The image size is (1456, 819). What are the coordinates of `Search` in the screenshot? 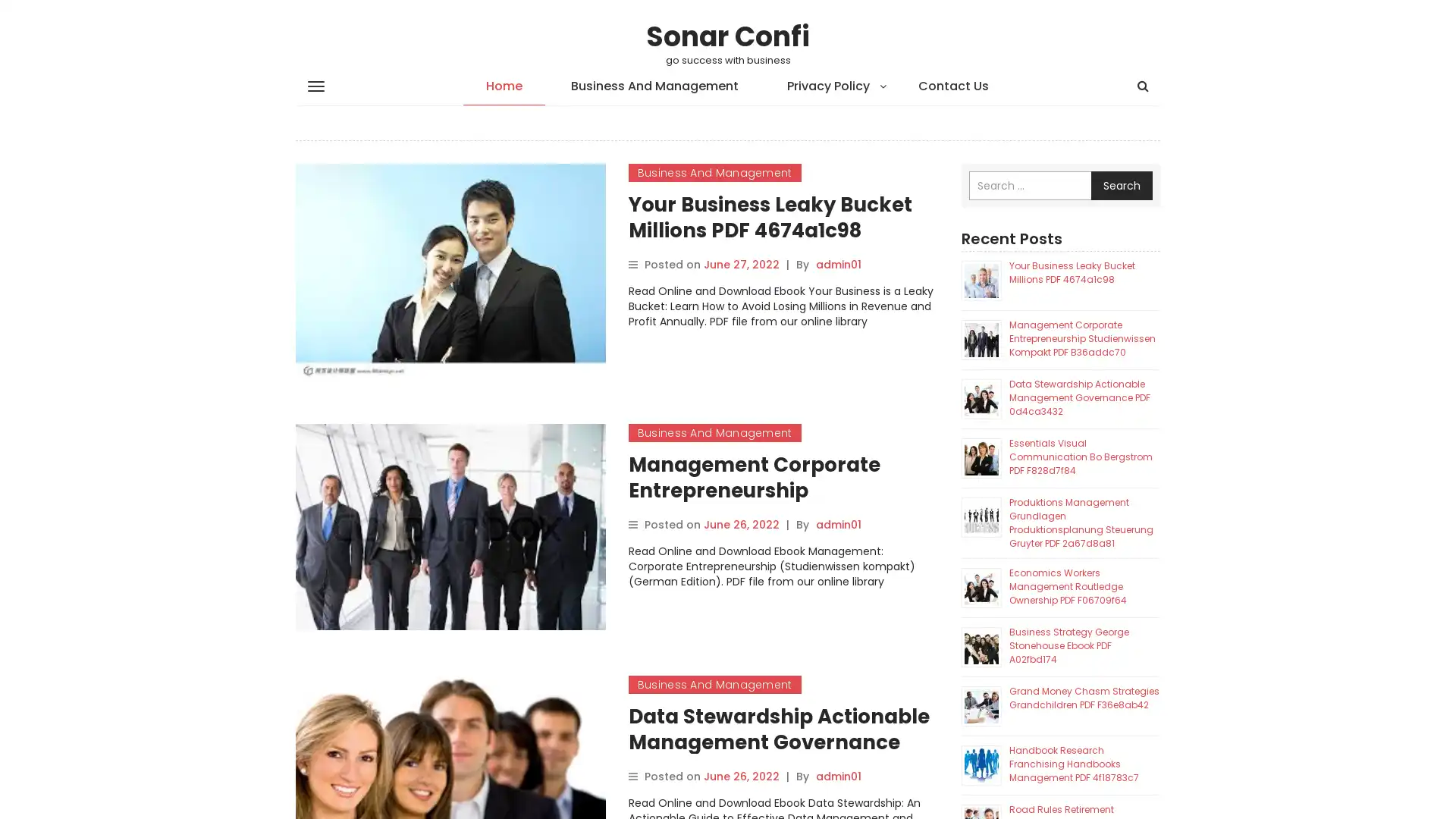 It's located at (1122, 185).